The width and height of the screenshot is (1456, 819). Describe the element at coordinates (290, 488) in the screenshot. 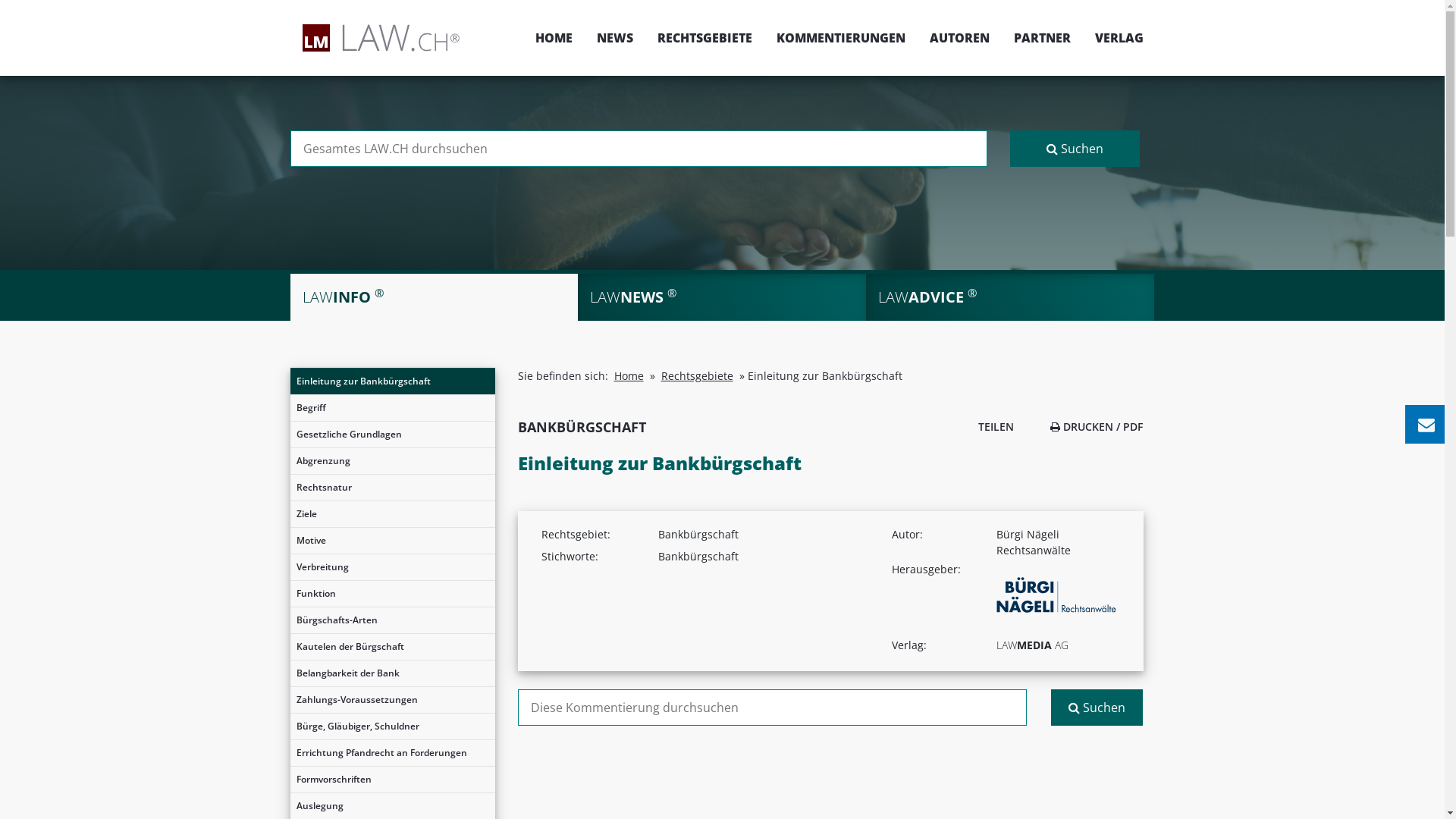

I see `'Rechtsnatur'` at that location.